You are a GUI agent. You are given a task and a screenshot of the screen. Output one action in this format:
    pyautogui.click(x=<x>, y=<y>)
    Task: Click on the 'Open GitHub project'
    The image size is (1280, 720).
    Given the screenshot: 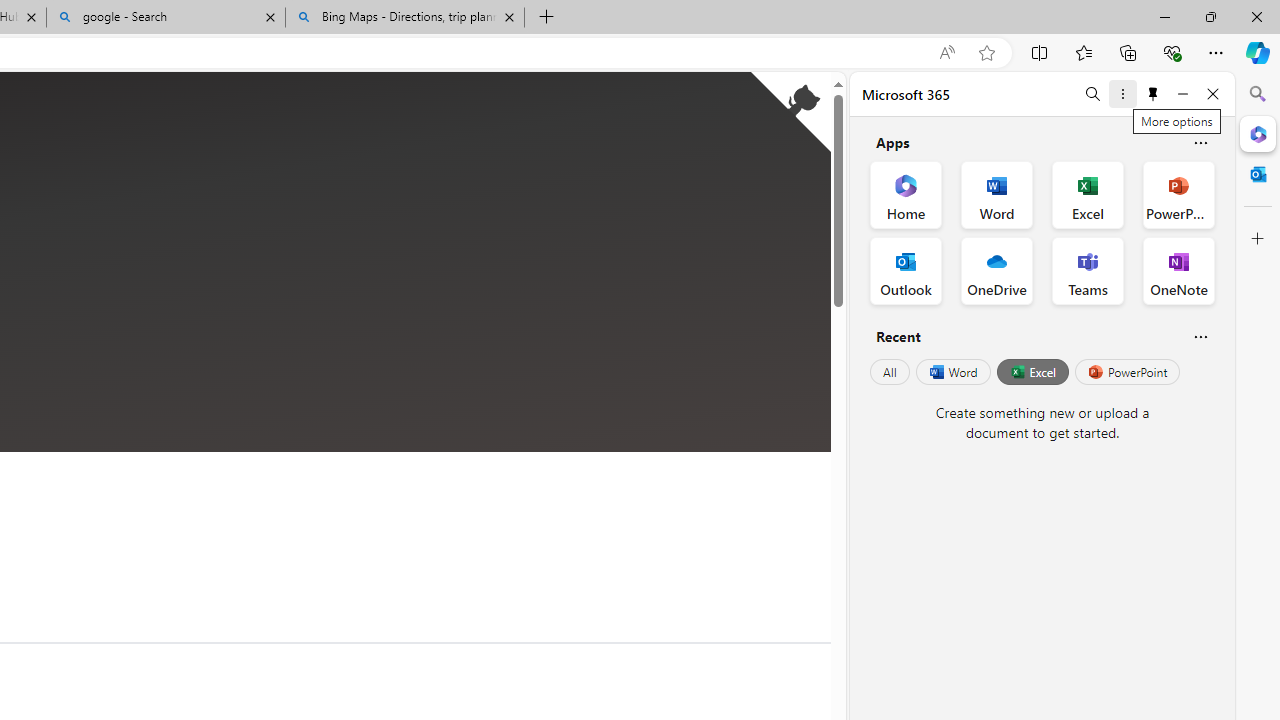 What is the action you would take?
    pyautogui.click(x=790, y=111)
    